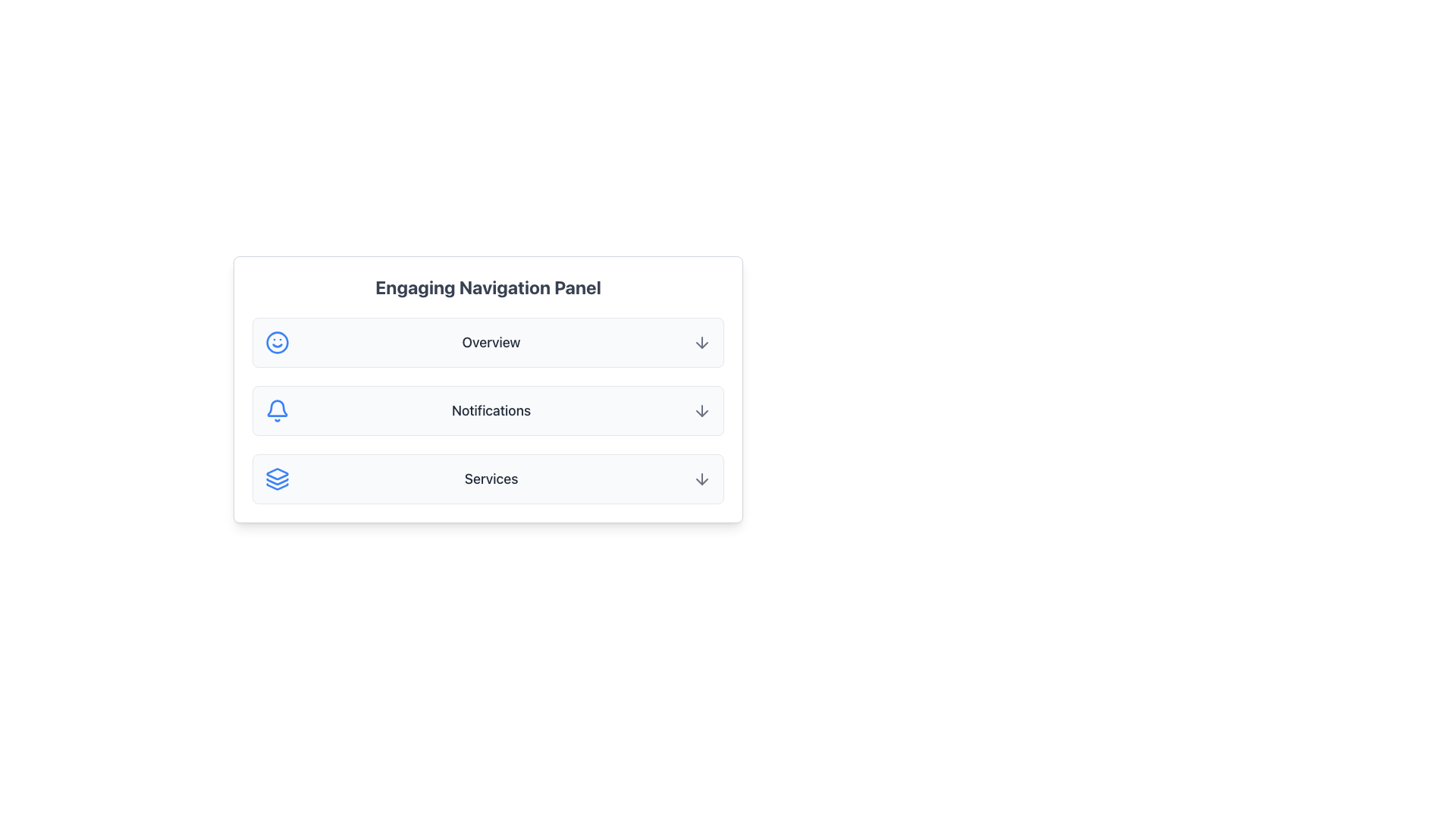 Image resolution: width=1456 pixels, height=819 pixels. I want to click on the circular decorative component with a solid blue outline and white fill, located at the center of the smiling face graphic, so click(277, 342).